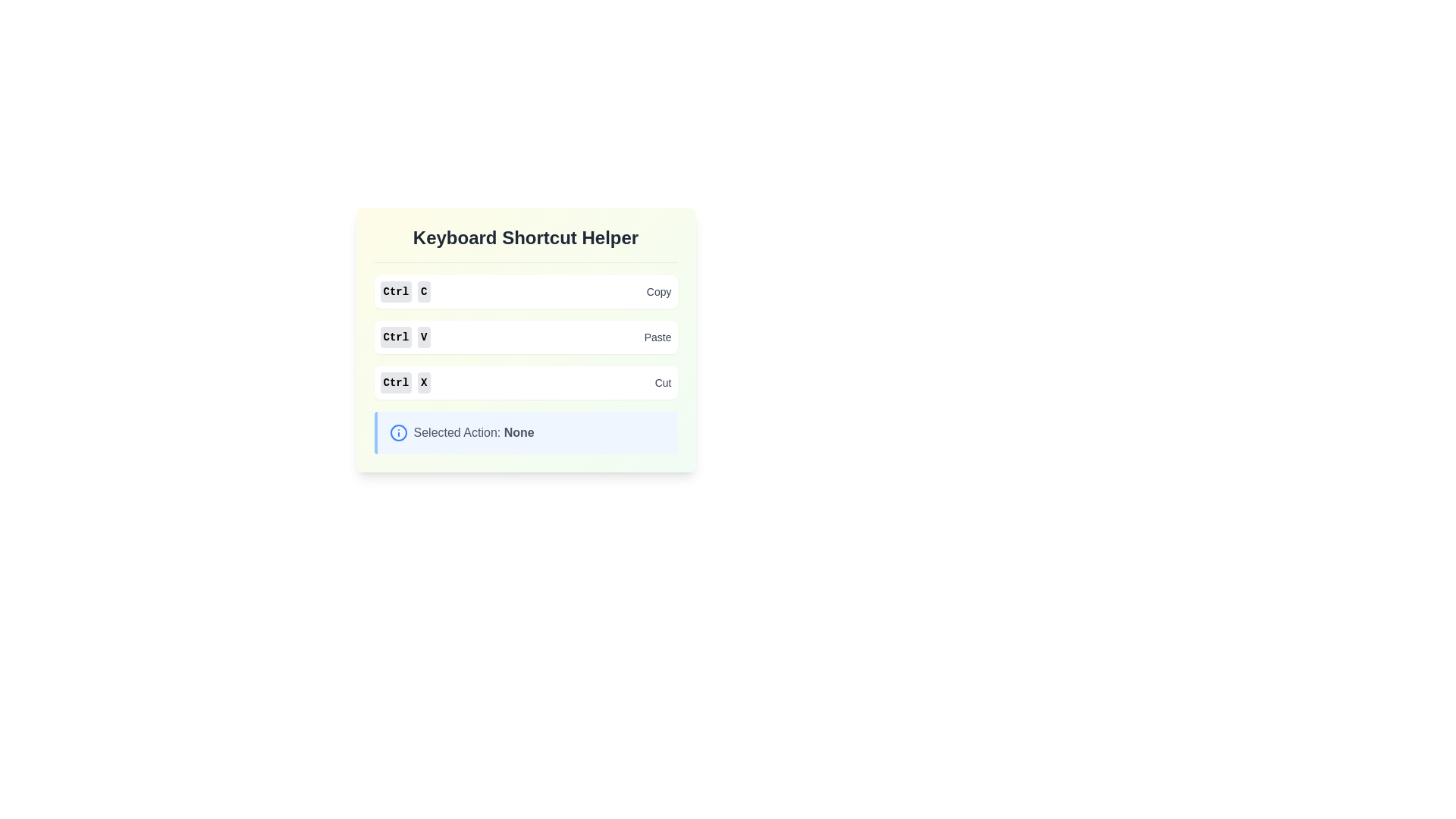  I want to click on text label component that conveys the 'Ctrl+X' keyboard shortcut for the 'Cut' command in the 'Keyboard Shortcut Helper' interface, positioned in the third row below the 'Copy' and 'Paste' commands, so click(405, 382).